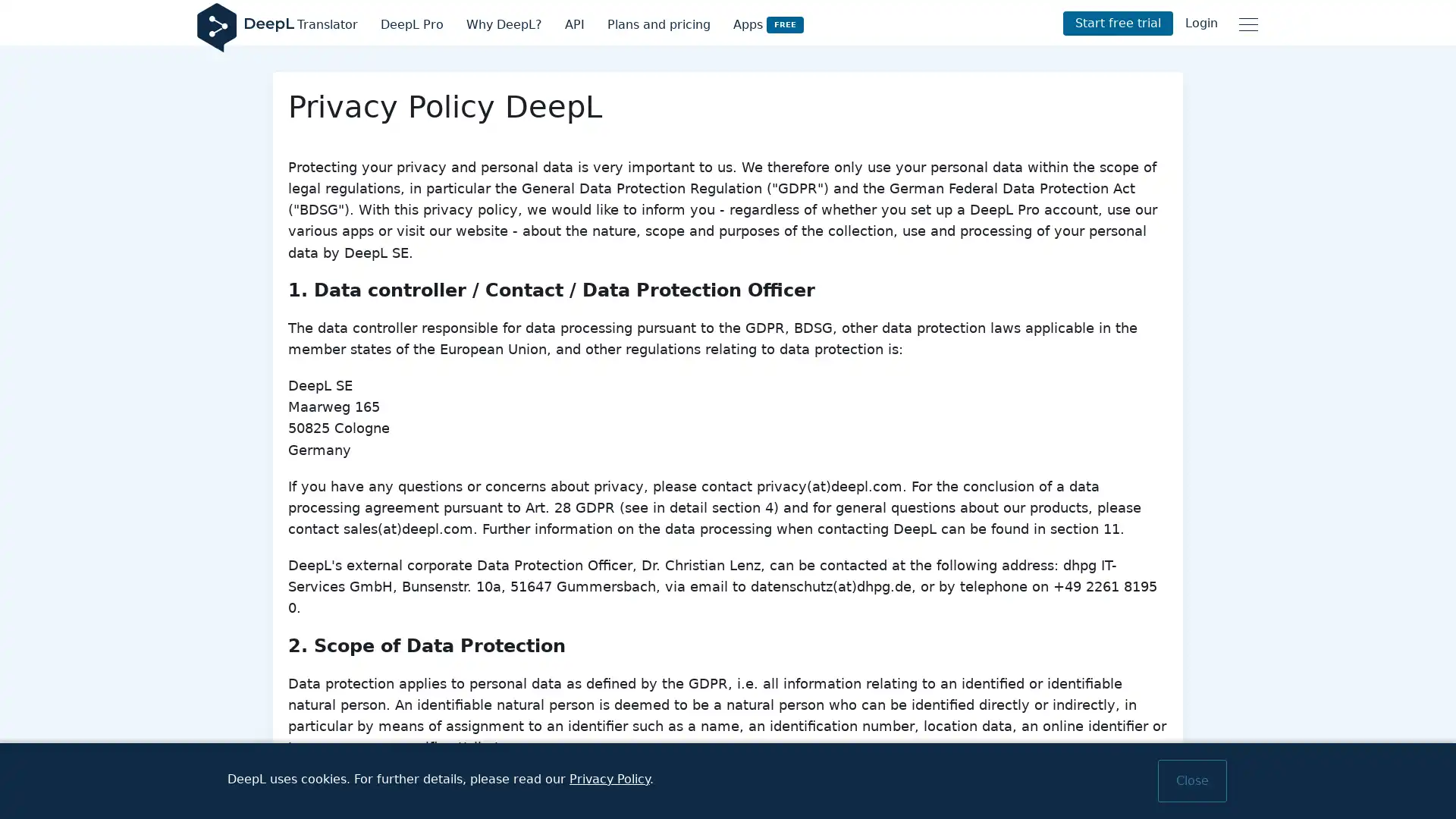 The width and height of the screenshot is (1456, 819). I want to click on Close, so click(1191, 780).